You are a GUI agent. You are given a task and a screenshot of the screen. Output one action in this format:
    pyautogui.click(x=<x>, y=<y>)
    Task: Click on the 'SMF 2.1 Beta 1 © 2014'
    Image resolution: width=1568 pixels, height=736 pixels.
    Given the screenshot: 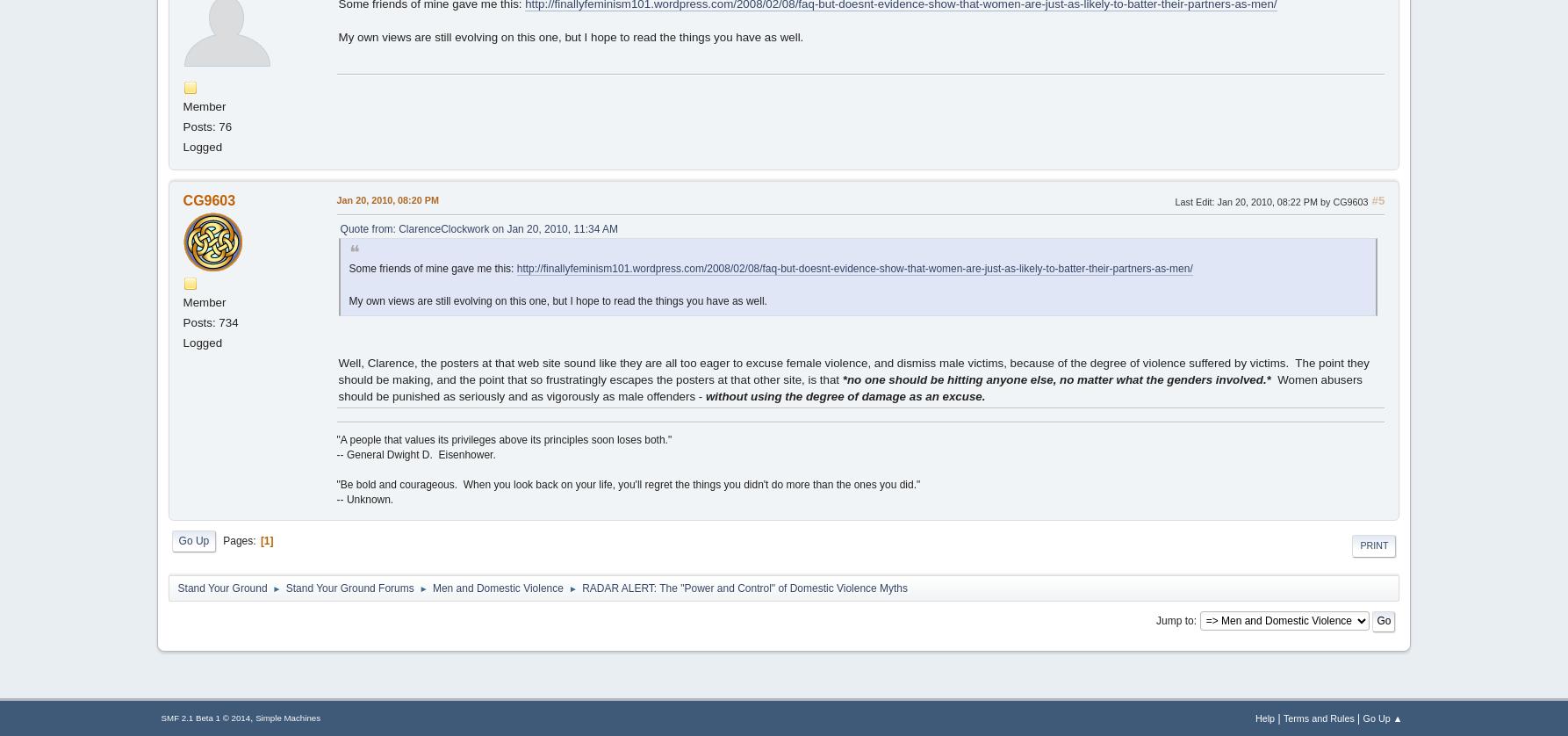 What is the action you would take?
    pyautogui.click(x=160, y=717)
    